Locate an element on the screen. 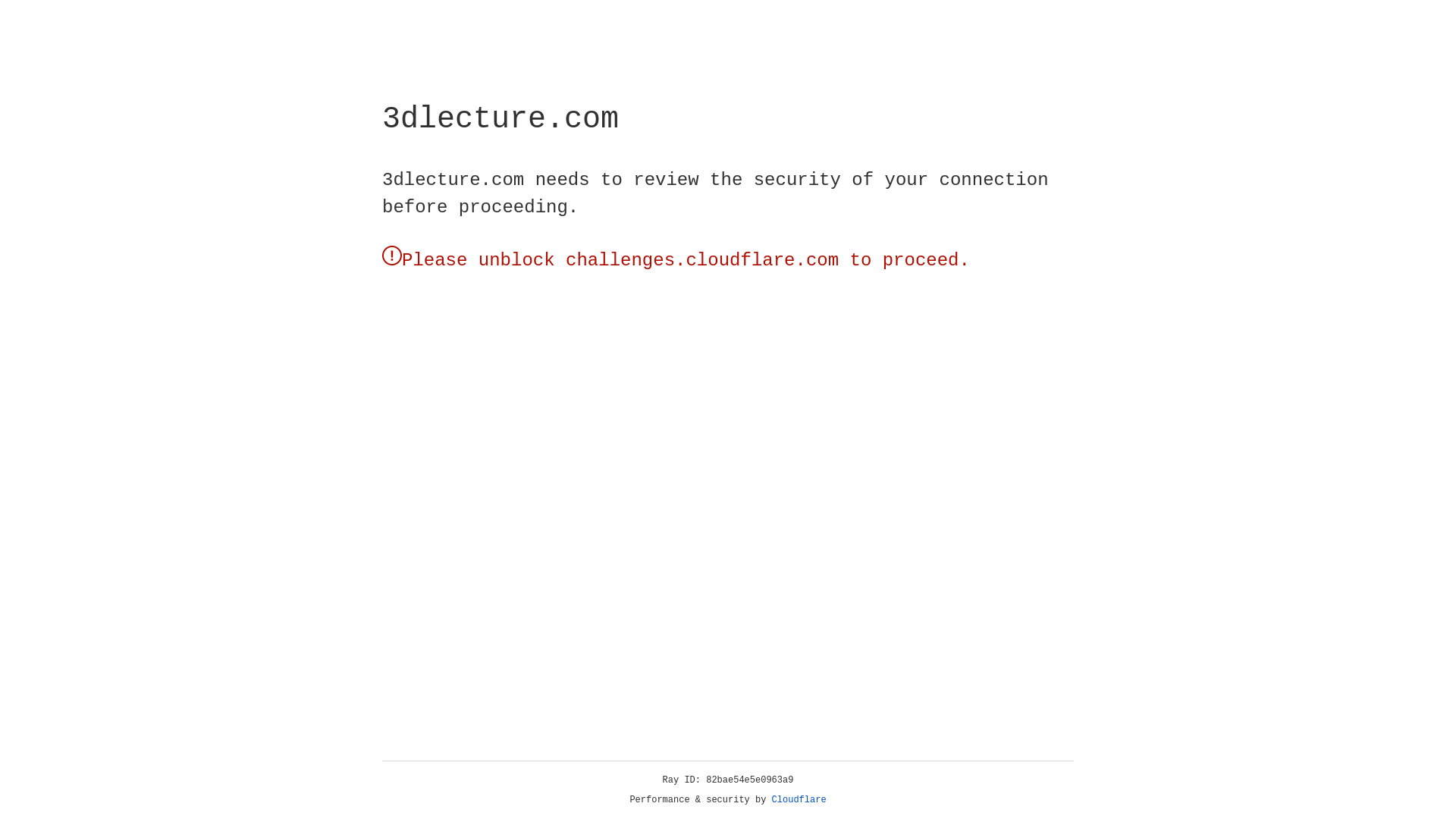 This screenshot has width=1456, height=819. 'Cloudflare' is located at coordinates (799, 799).